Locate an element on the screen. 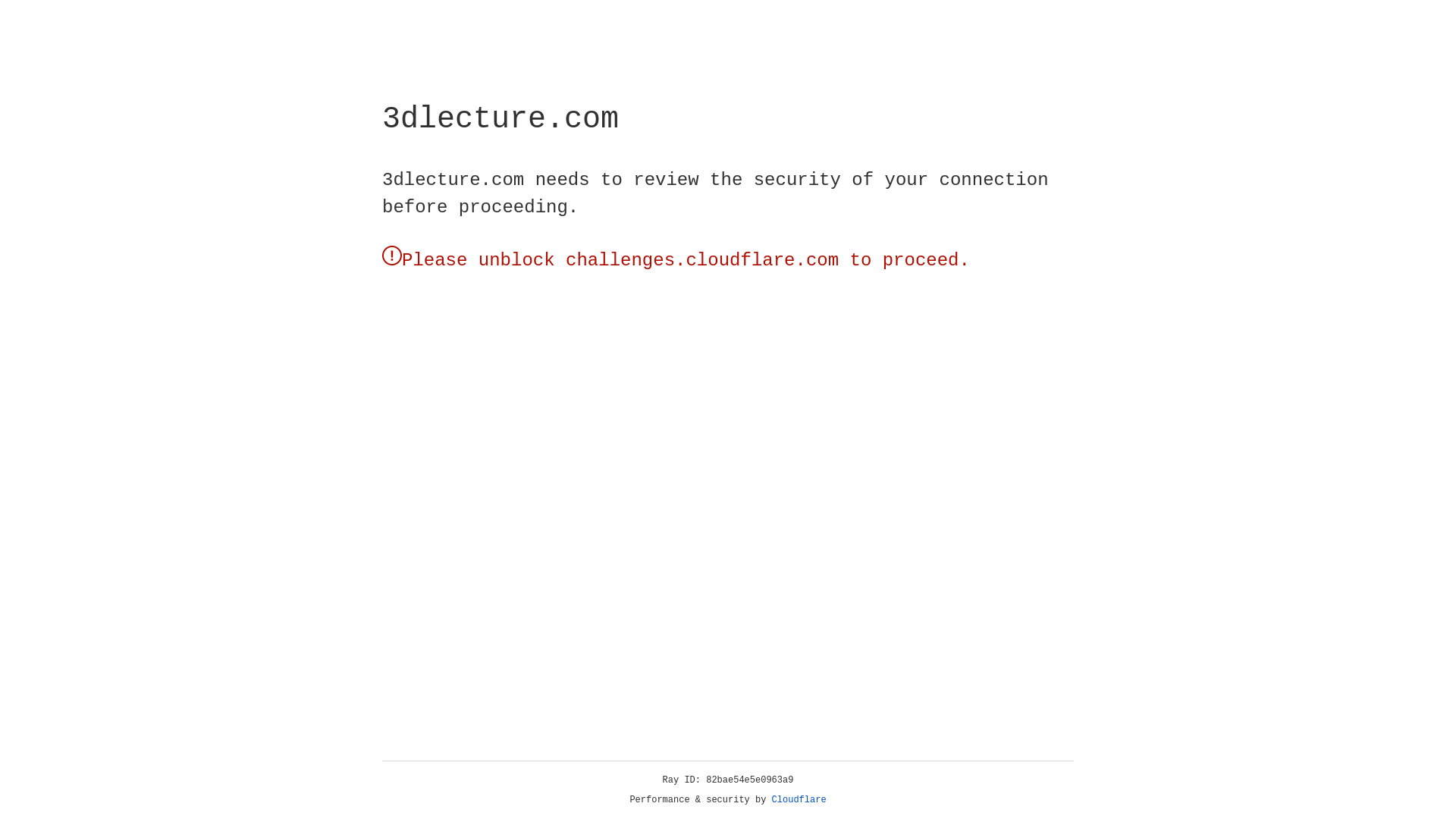 This screenshot has width=1456, height=819. 'Cloudflare' is located at coordinates (799, 799).